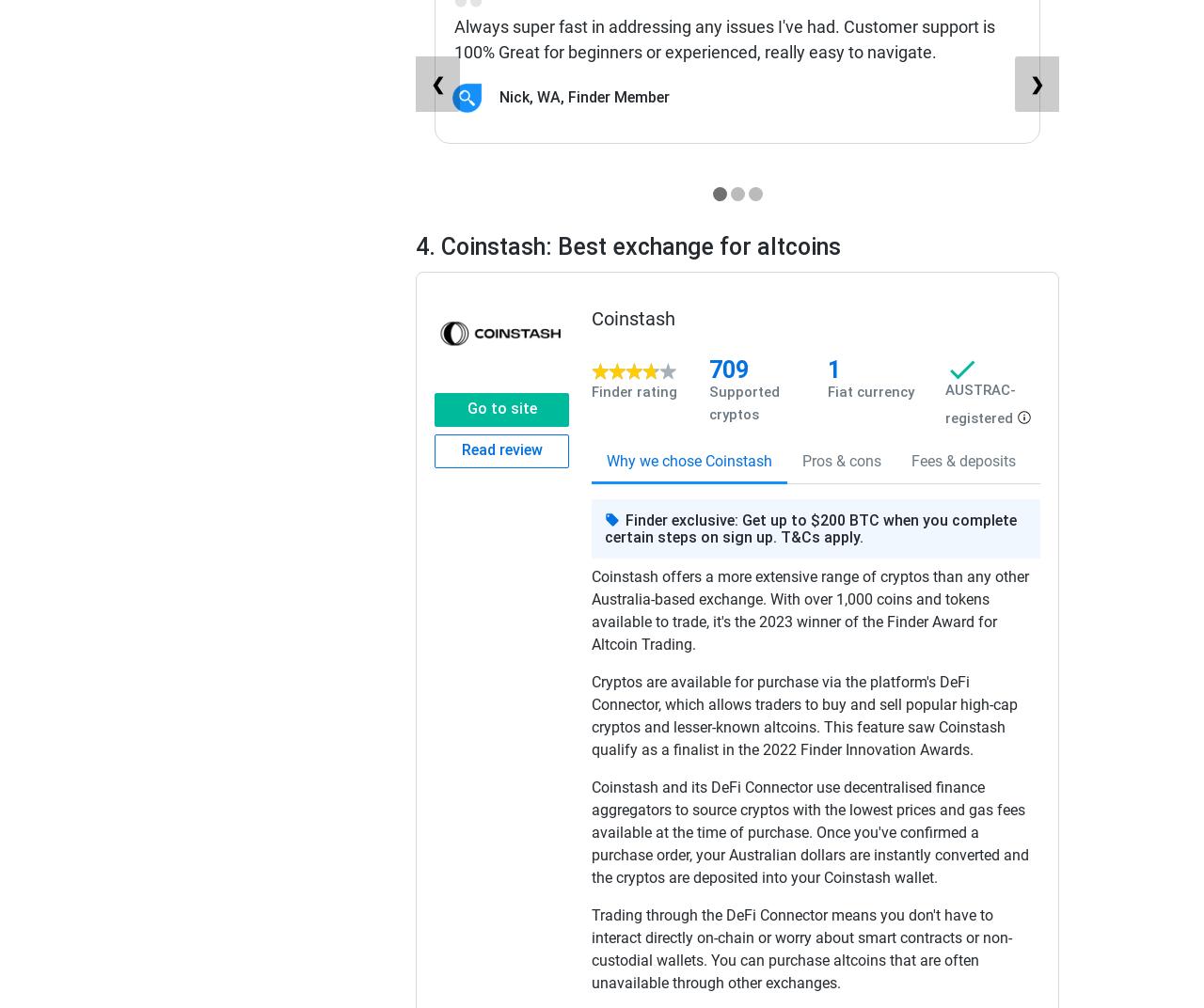 The image size is (1204, 1008). Describe the element at coordinates (689, 461) in the screenshot. I see `'Why we chose Coinstash'` at that location.